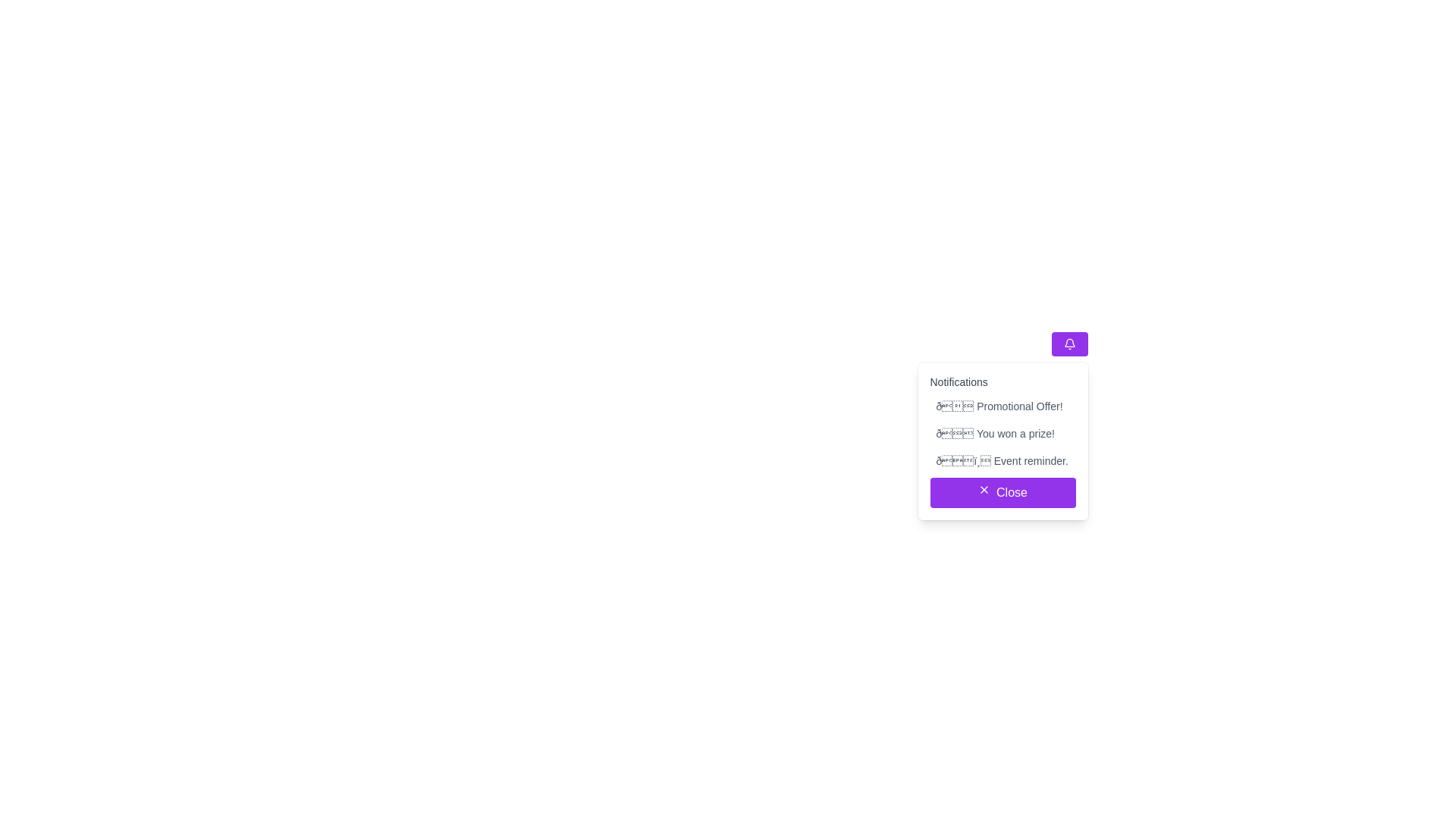  What do you see at coordinates (1068, 344) in the screenshot?
I see `the notification toggle button, which is a small bell icon within a purple circular background located at the top-right corner of the notification panel` at bounding box center [1068, 344].